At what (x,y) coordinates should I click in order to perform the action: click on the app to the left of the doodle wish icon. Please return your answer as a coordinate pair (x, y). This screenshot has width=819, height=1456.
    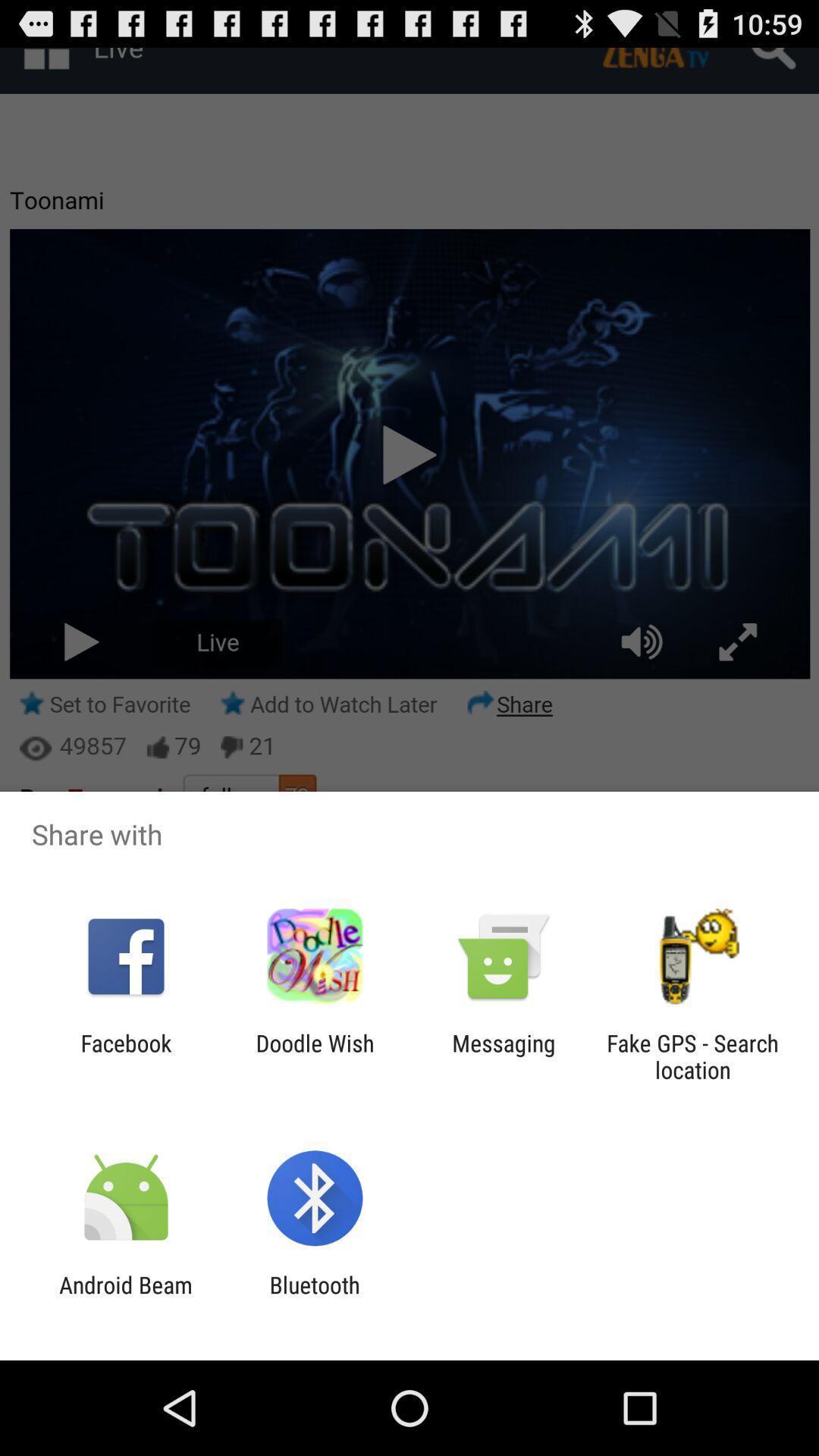
    Looking at the image, I should click on (125, 1056).